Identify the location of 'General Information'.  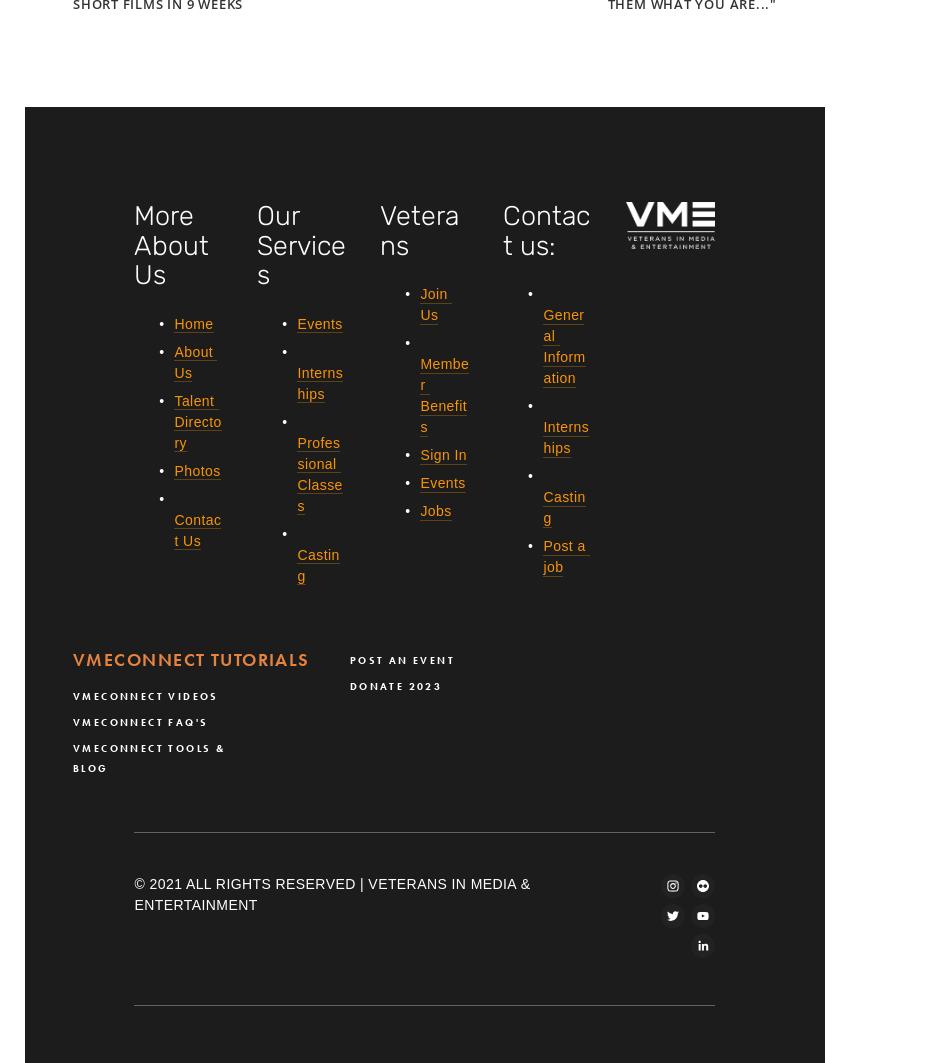
(563, 345).